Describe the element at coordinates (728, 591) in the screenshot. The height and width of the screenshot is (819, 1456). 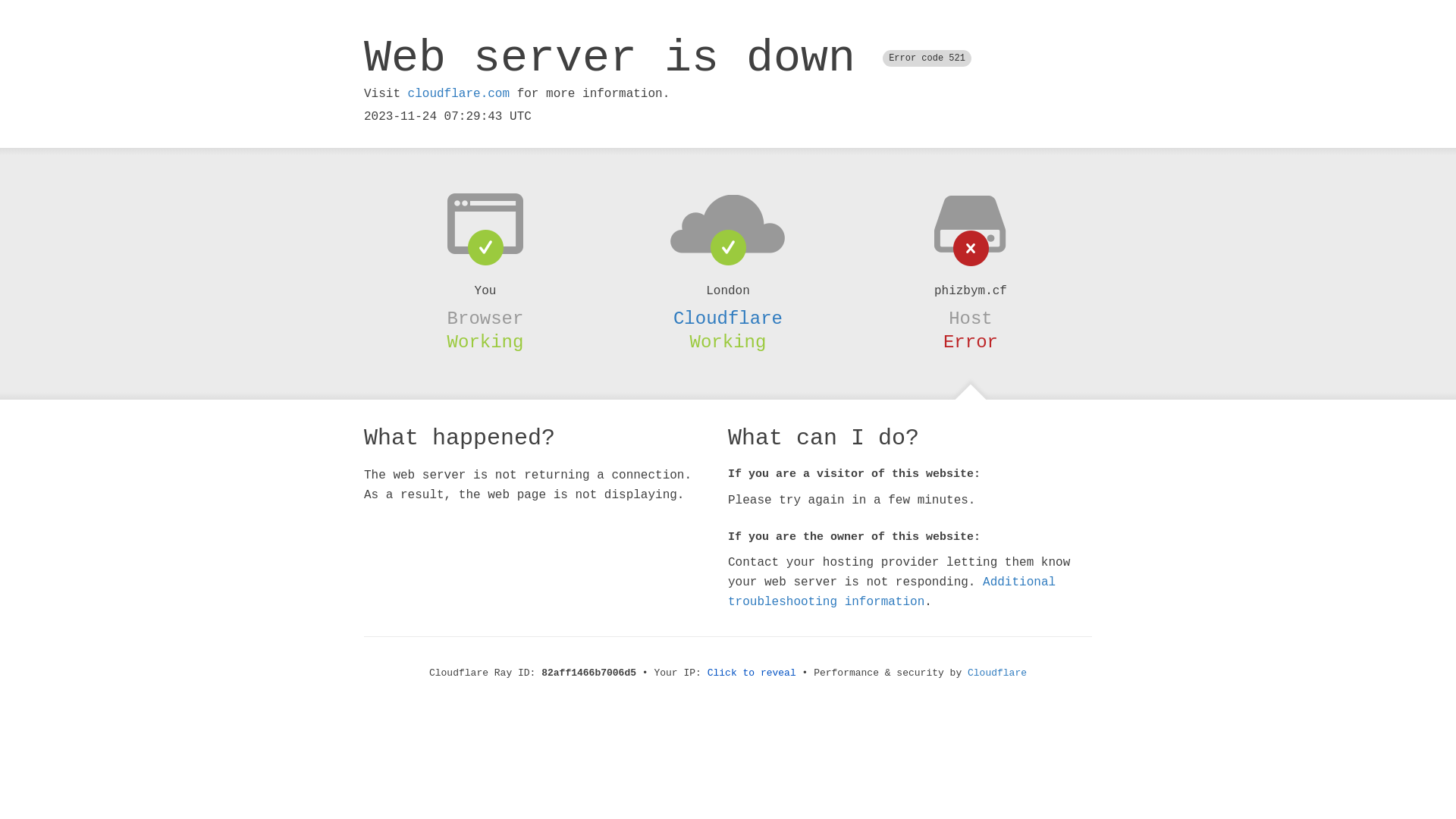
I see `'Additional troubleshooting information'` at that location.